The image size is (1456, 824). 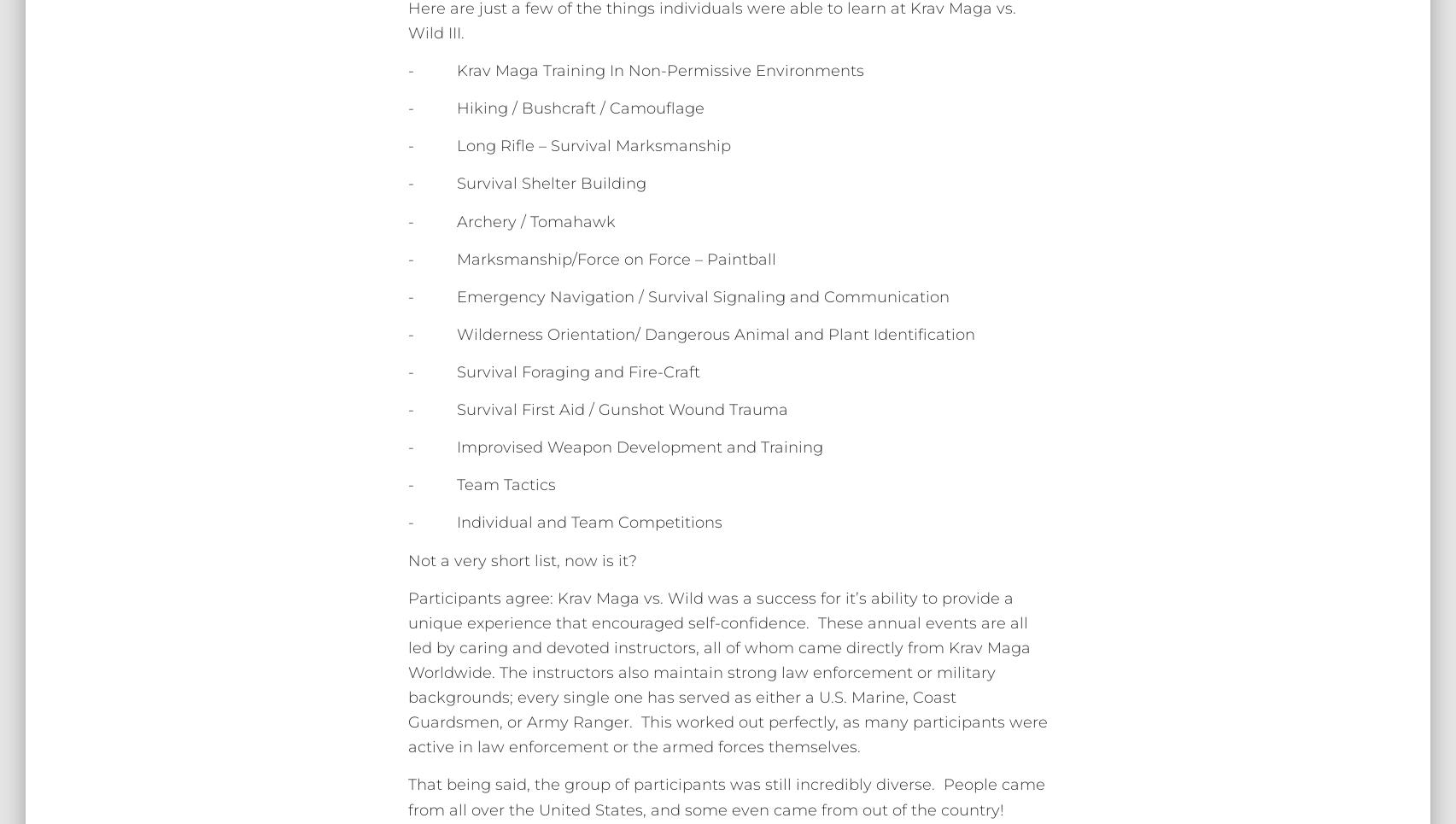 I want to click on '-          Individual and Team Competitions', so click(x=564, y=522).